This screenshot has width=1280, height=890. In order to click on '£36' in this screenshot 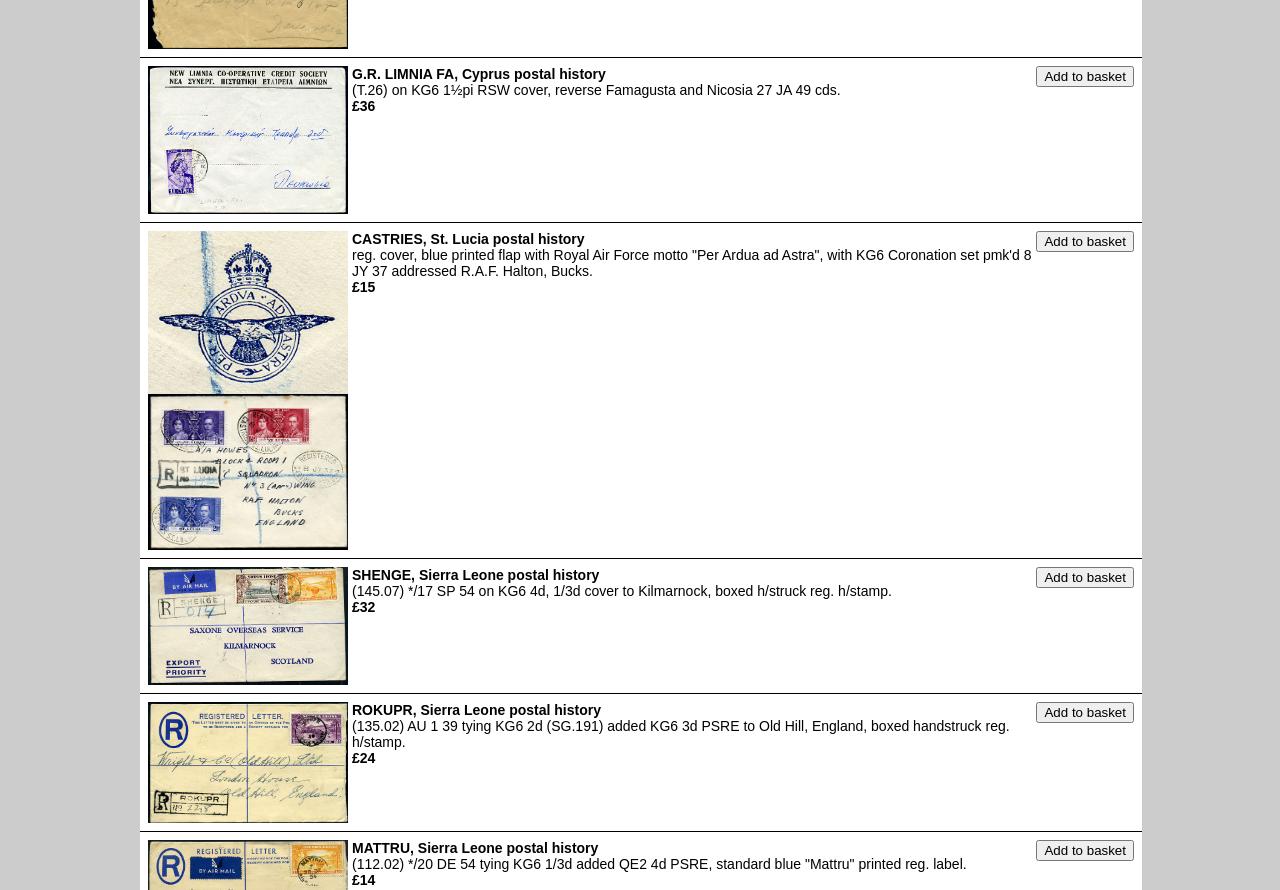, I will do `click(363, 104)`.